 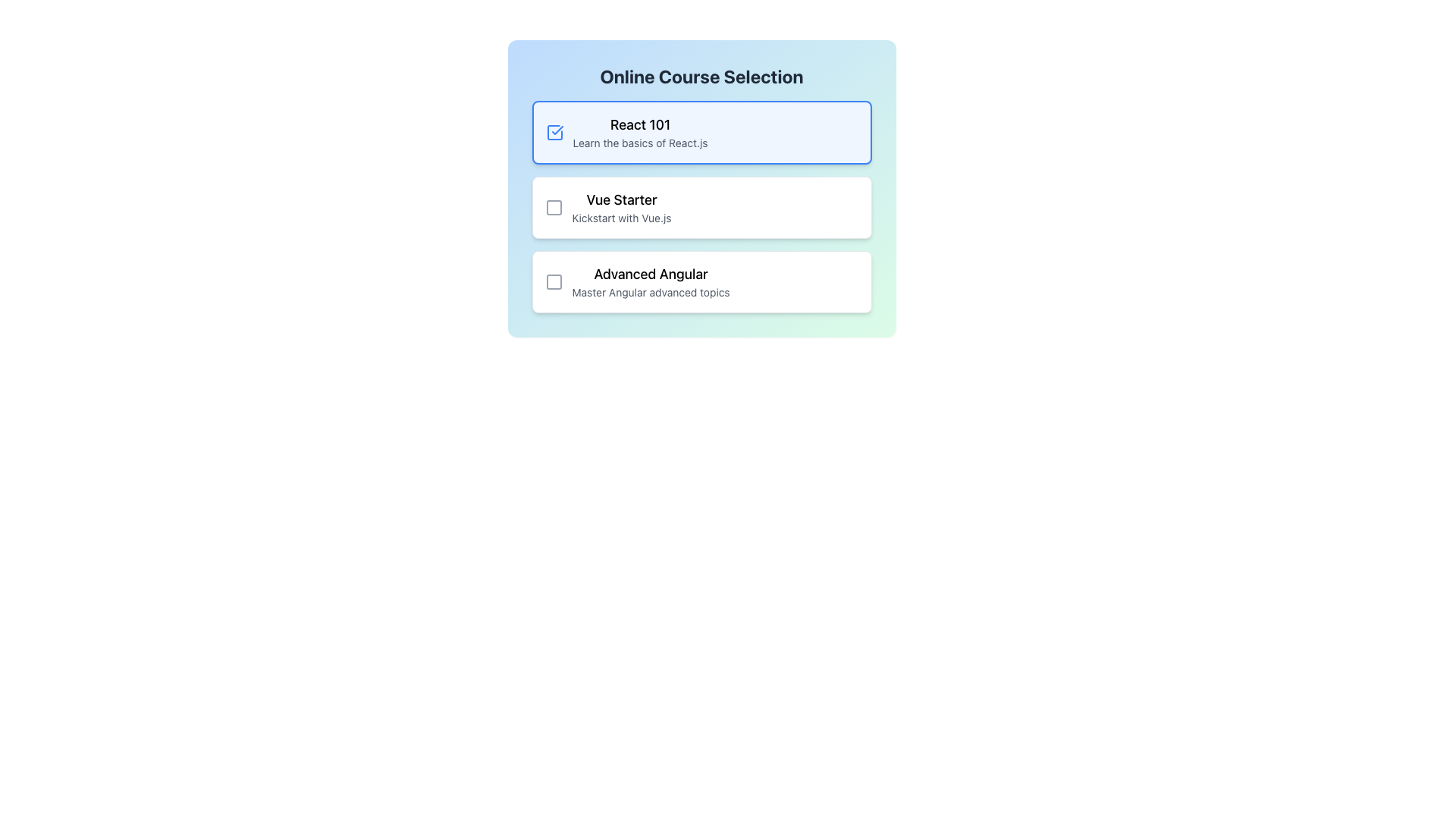 What do you see at coordinates (637, 281) in the screenshot?
I see `the 'Advanced Angular' course list item` at bounding box center [637, 281].